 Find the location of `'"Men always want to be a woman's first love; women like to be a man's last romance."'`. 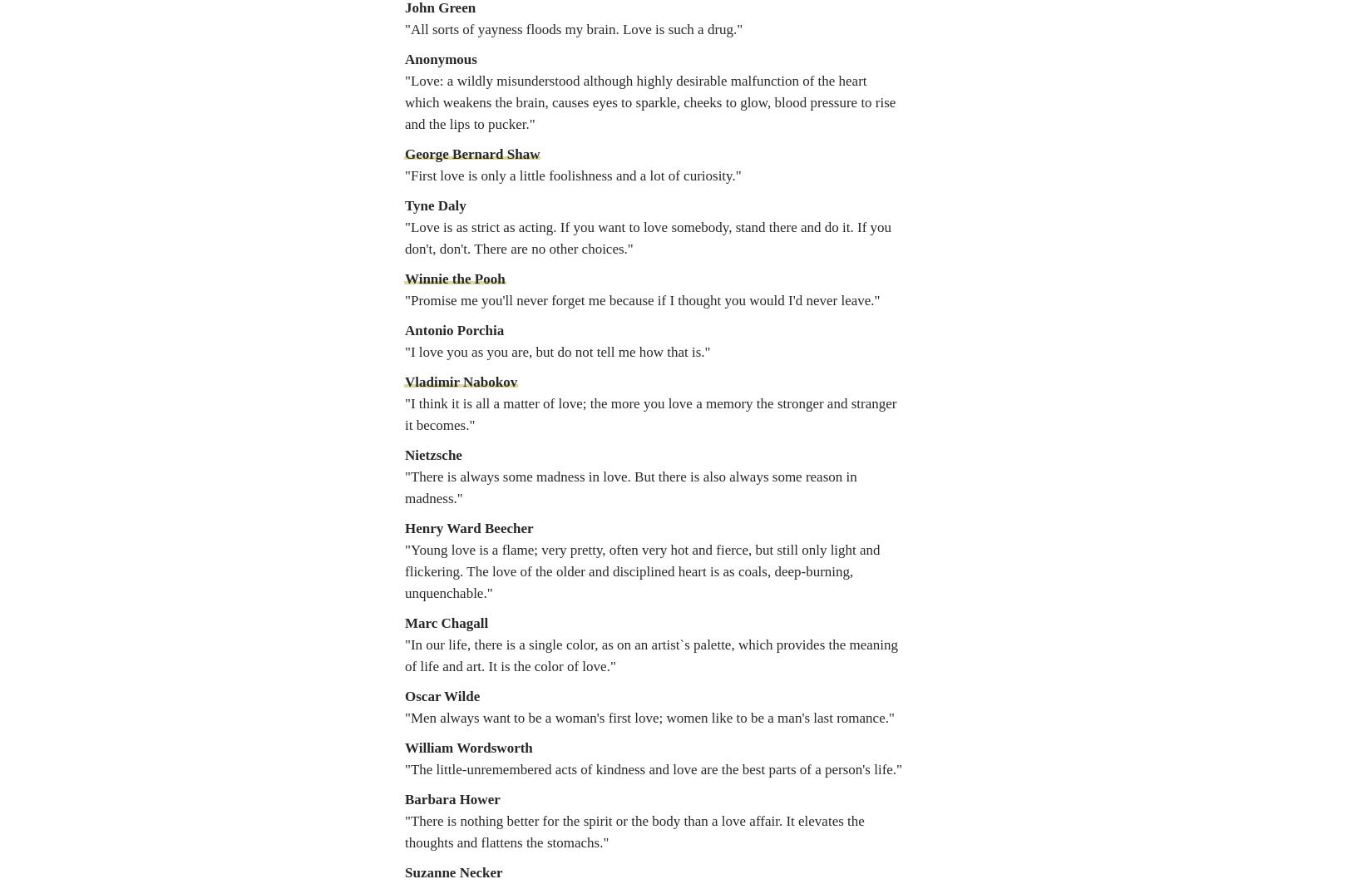

'"Men always want to be a woman's first love; women like to be a man's last romance."' is located at coordinates (648, 717).